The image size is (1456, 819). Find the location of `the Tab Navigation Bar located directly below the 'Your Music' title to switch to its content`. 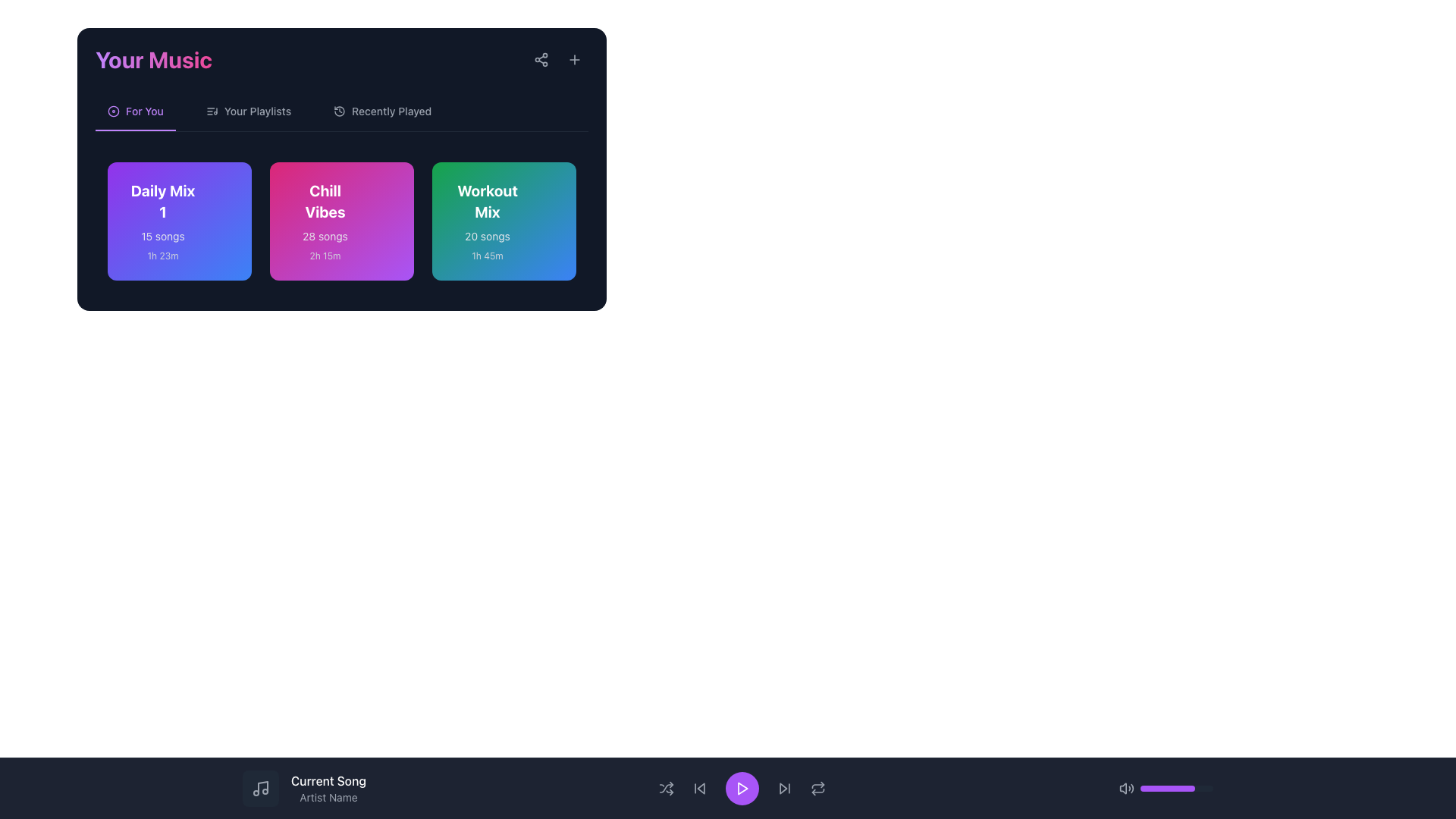

the Tab Navigation Bar located directly below the 'Your Music' title to switch to its content is located at coordinates (341, 116).